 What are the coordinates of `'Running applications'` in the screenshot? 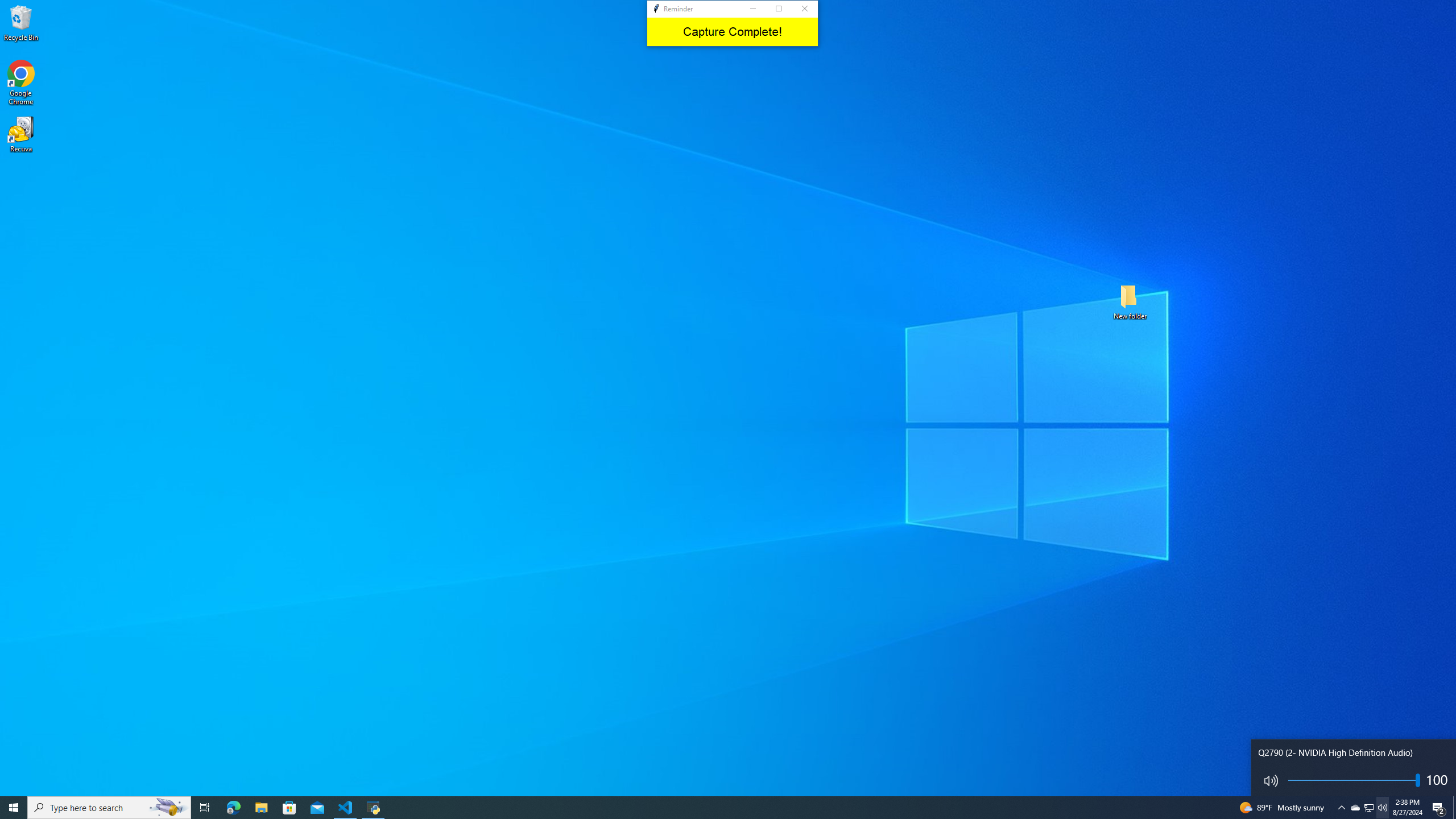 It's located at (717, 806).